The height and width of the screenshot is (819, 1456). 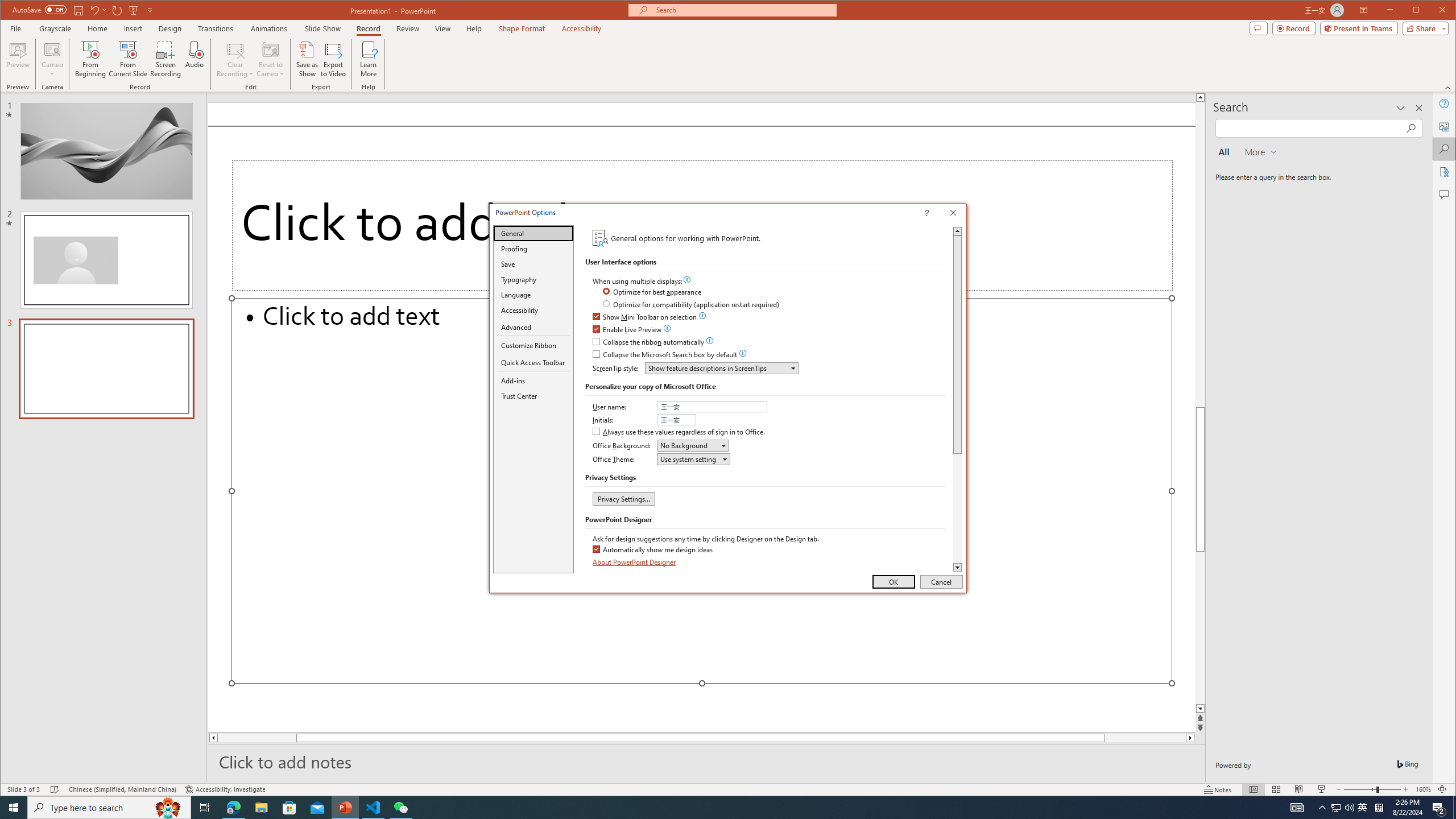 I want to click on 'Office Theme', so click(x=693, y=459).